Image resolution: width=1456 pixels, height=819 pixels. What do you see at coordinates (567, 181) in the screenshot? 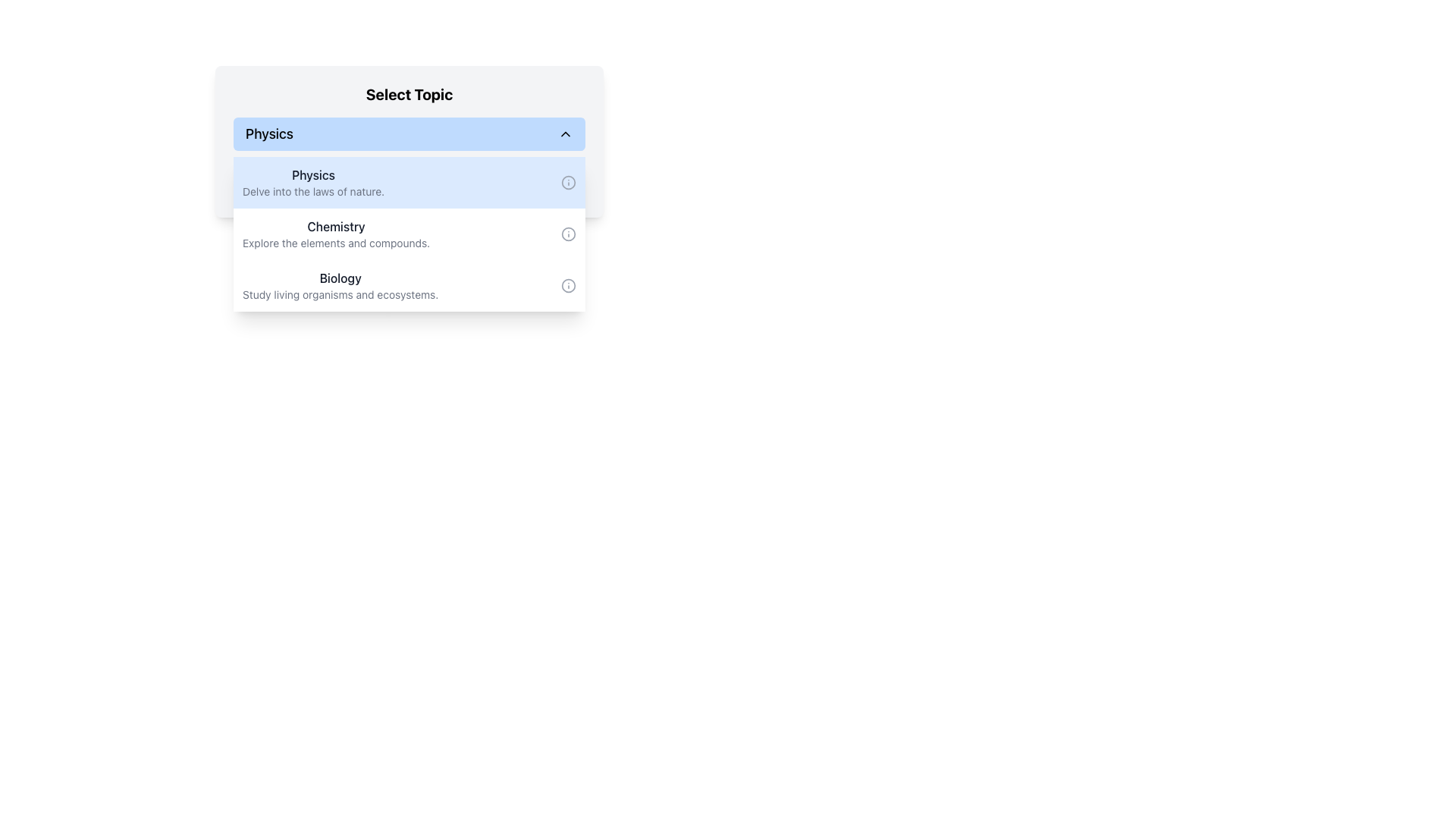
I see `the informational icon related to 'Physics' located at the extreme right side of the row labeled 'Physics'` at bounding box center [567, 181].